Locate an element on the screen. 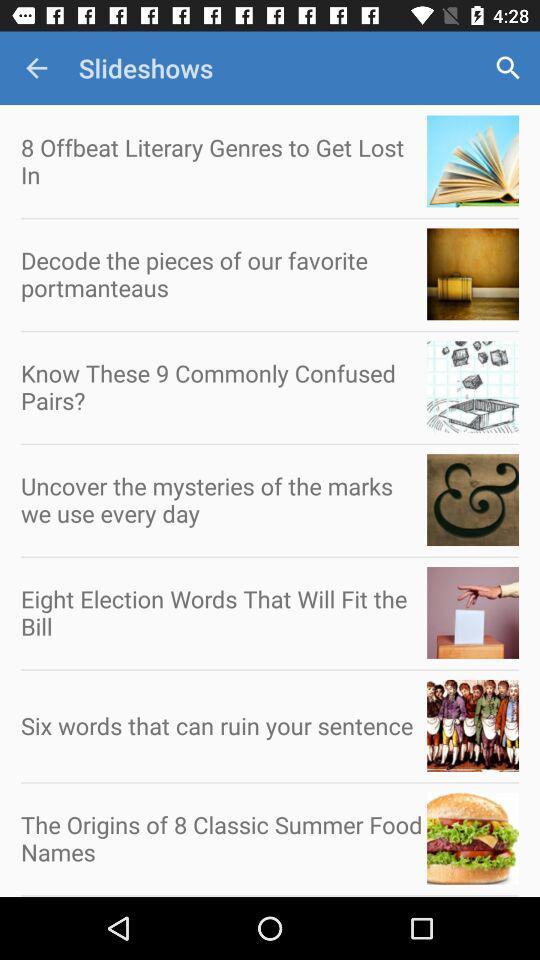 The image size is (540, 960). app to the left of the slideshows is located at coordinates (36, 68).